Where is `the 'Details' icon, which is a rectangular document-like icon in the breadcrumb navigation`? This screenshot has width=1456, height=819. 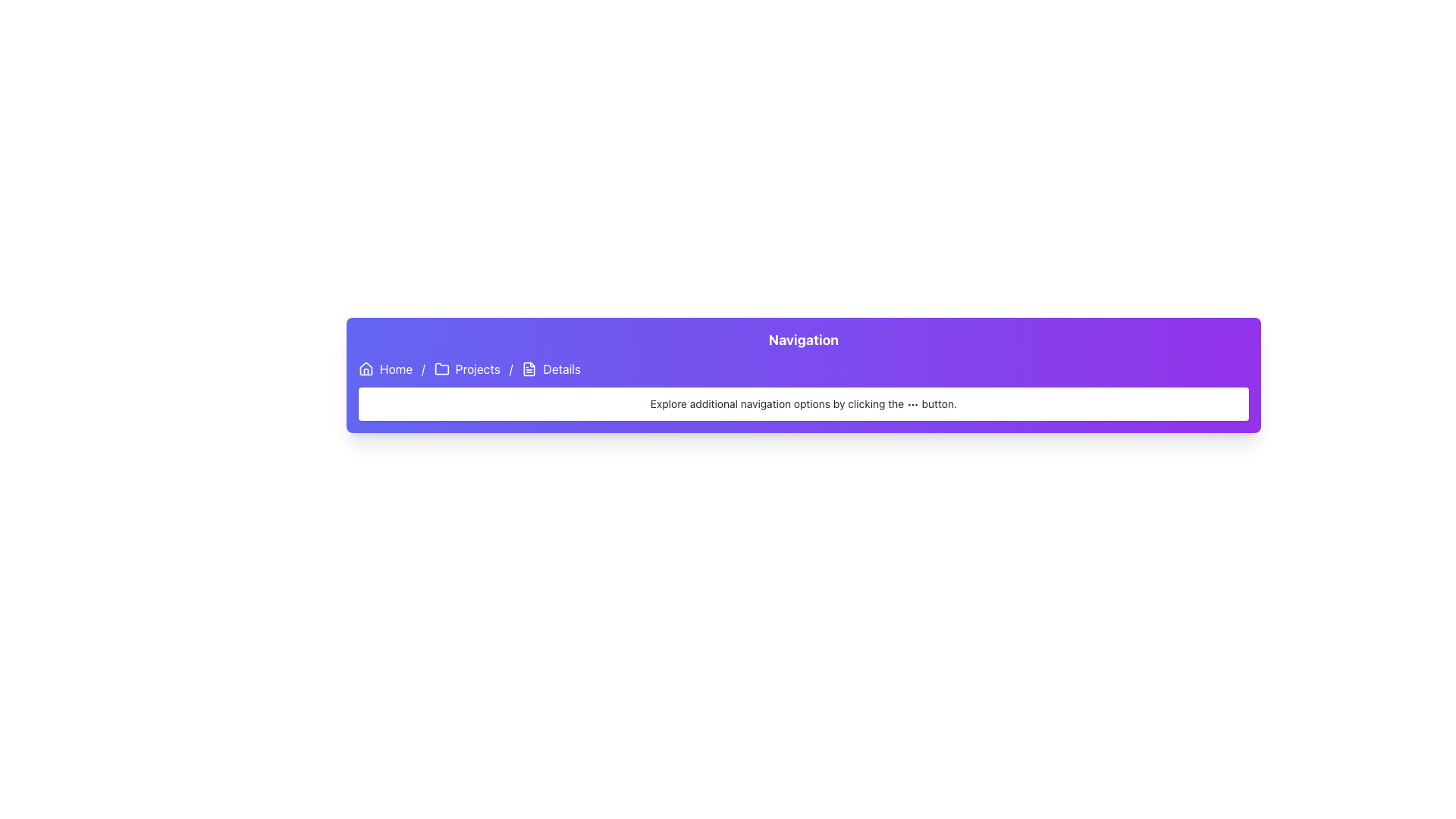
the 'Details' icon, which is a rectangular document-like icon in the breadcrumb navigation is located at coordinates (529, 369).